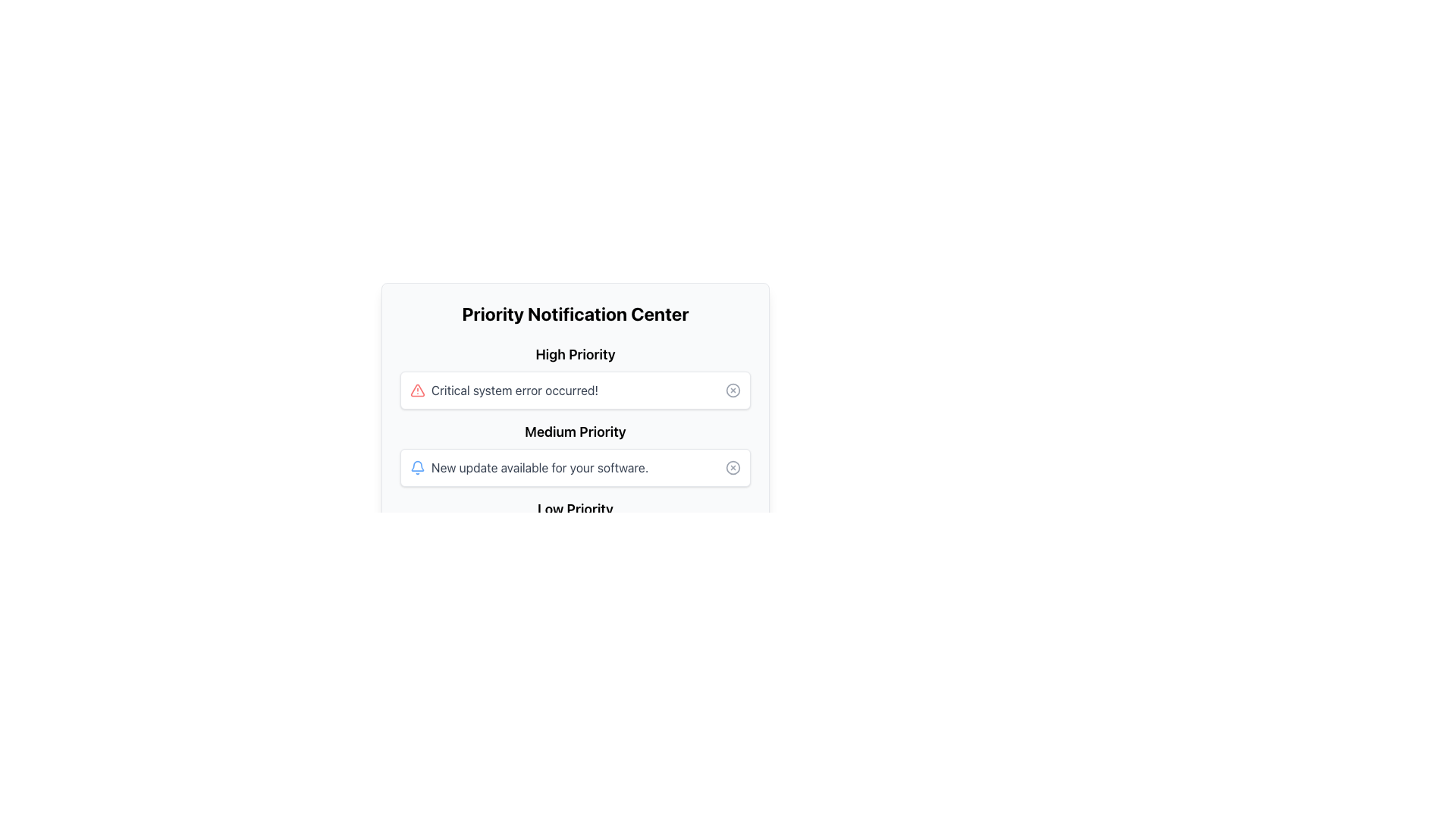 Image resolution: width=1456 pixels, height=819 pixels. I want to click on the high-priority warning icon located to the left of the text 'Critical system error occurred!' in the notification center layout, so click(418, 390).